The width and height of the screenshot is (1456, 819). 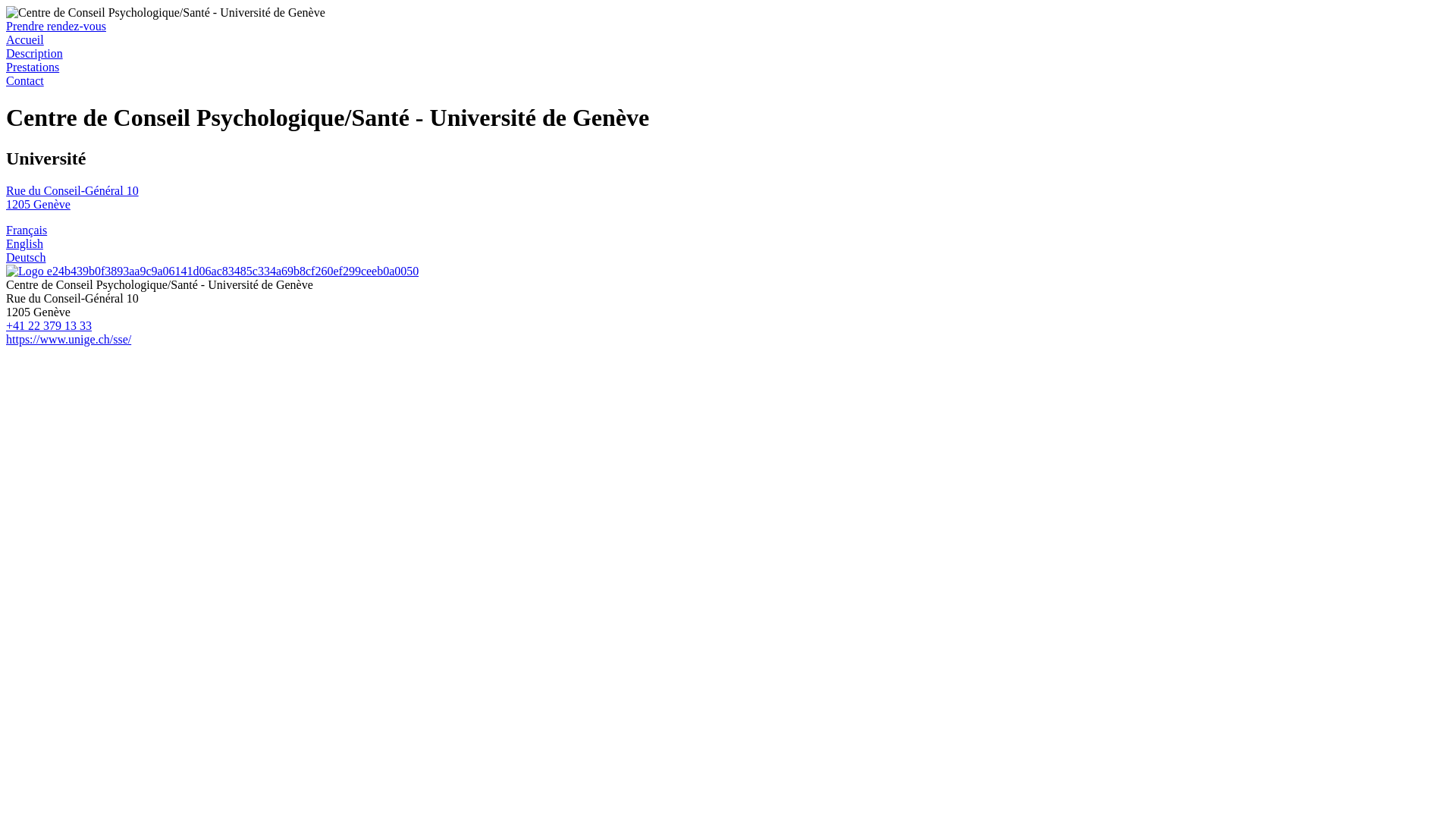 I want to click on 'Deutsch', so click(x=6, y=256).